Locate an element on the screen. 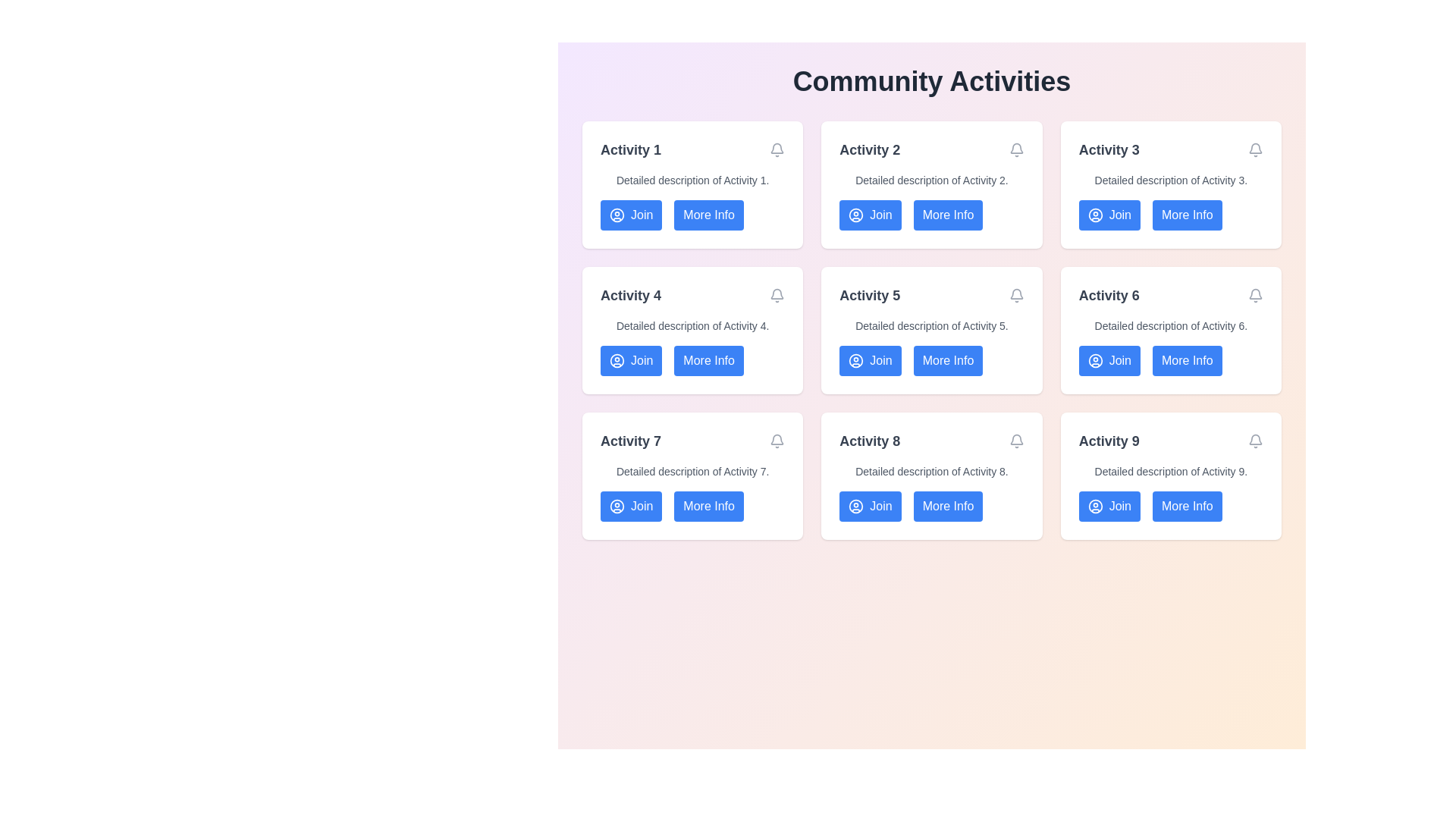  the Text label providing additional details about Activity 3, which is located directly below the title 'Activity 3' in the card at the top right of the second row of the grid is located at coordinates (1170, 180).